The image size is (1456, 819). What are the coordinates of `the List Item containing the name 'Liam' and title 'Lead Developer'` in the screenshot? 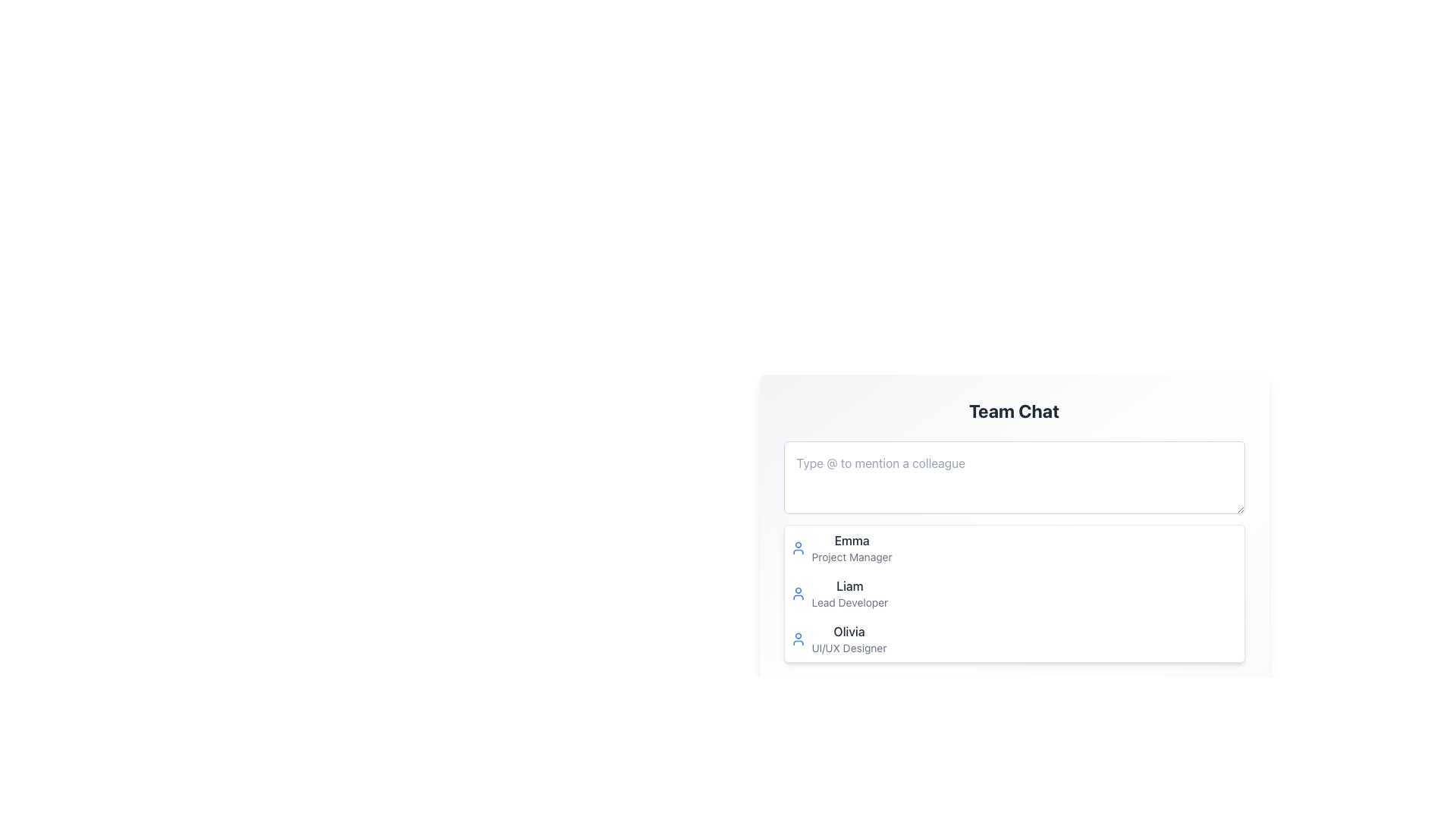 It's located at (1014, 593).